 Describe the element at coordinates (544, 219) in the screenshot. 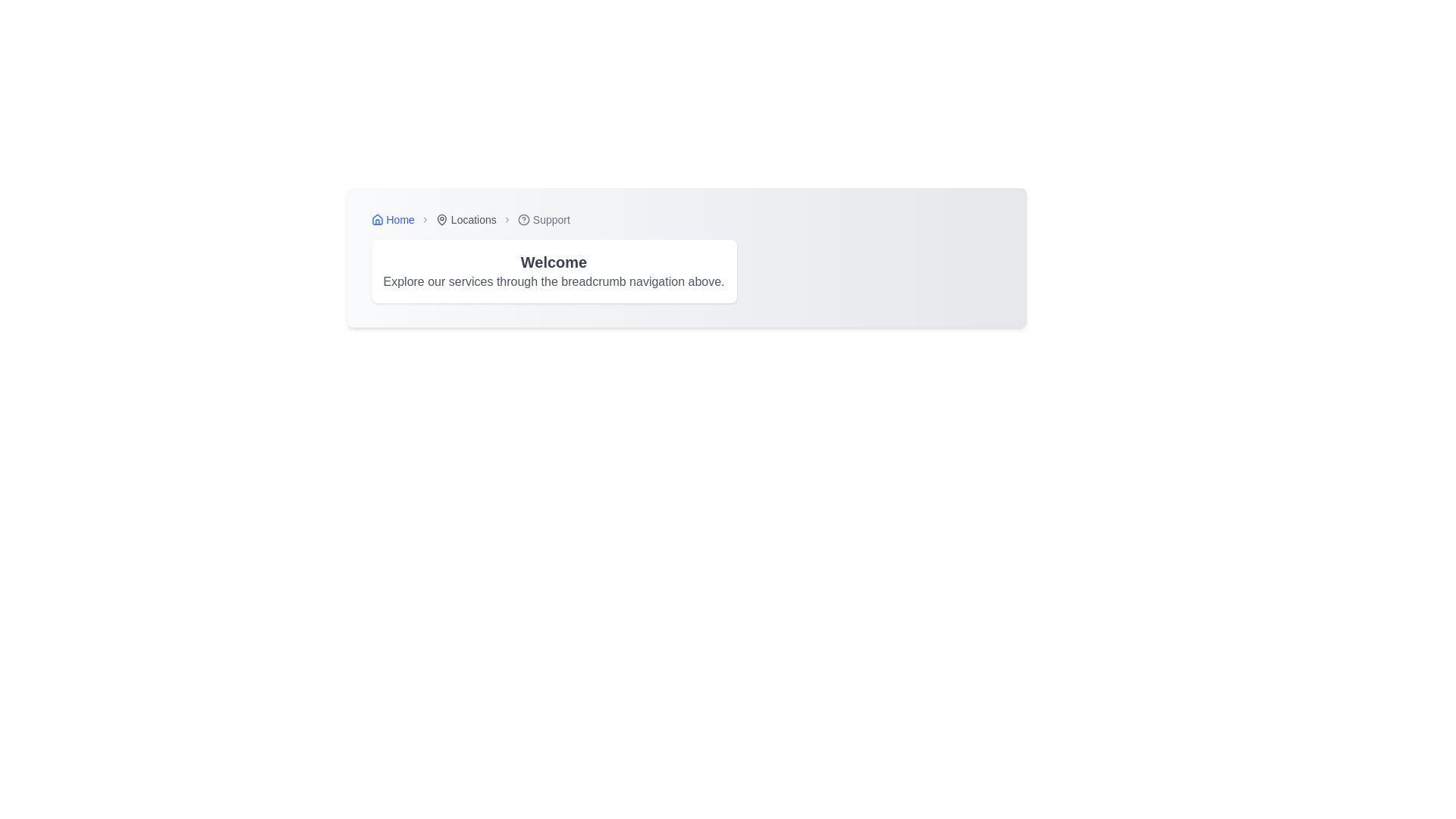

I see `the 'Support' breadcrumb navigation item, which is styled in gray and features a question mark icon adjacent to it` at that location.